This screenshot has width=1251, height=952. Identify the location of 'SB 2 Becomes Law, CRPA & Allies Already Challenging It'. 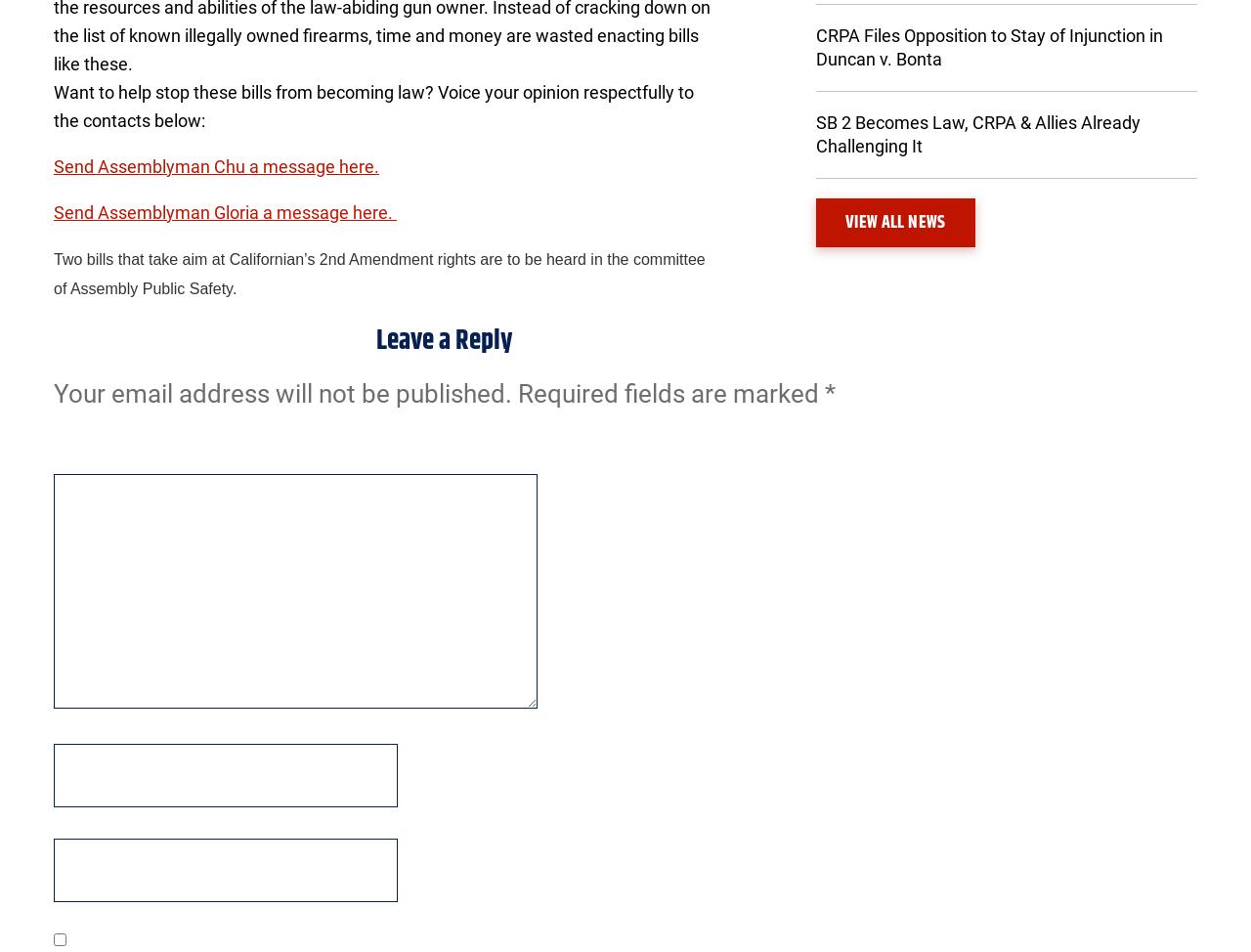
(976, 133).